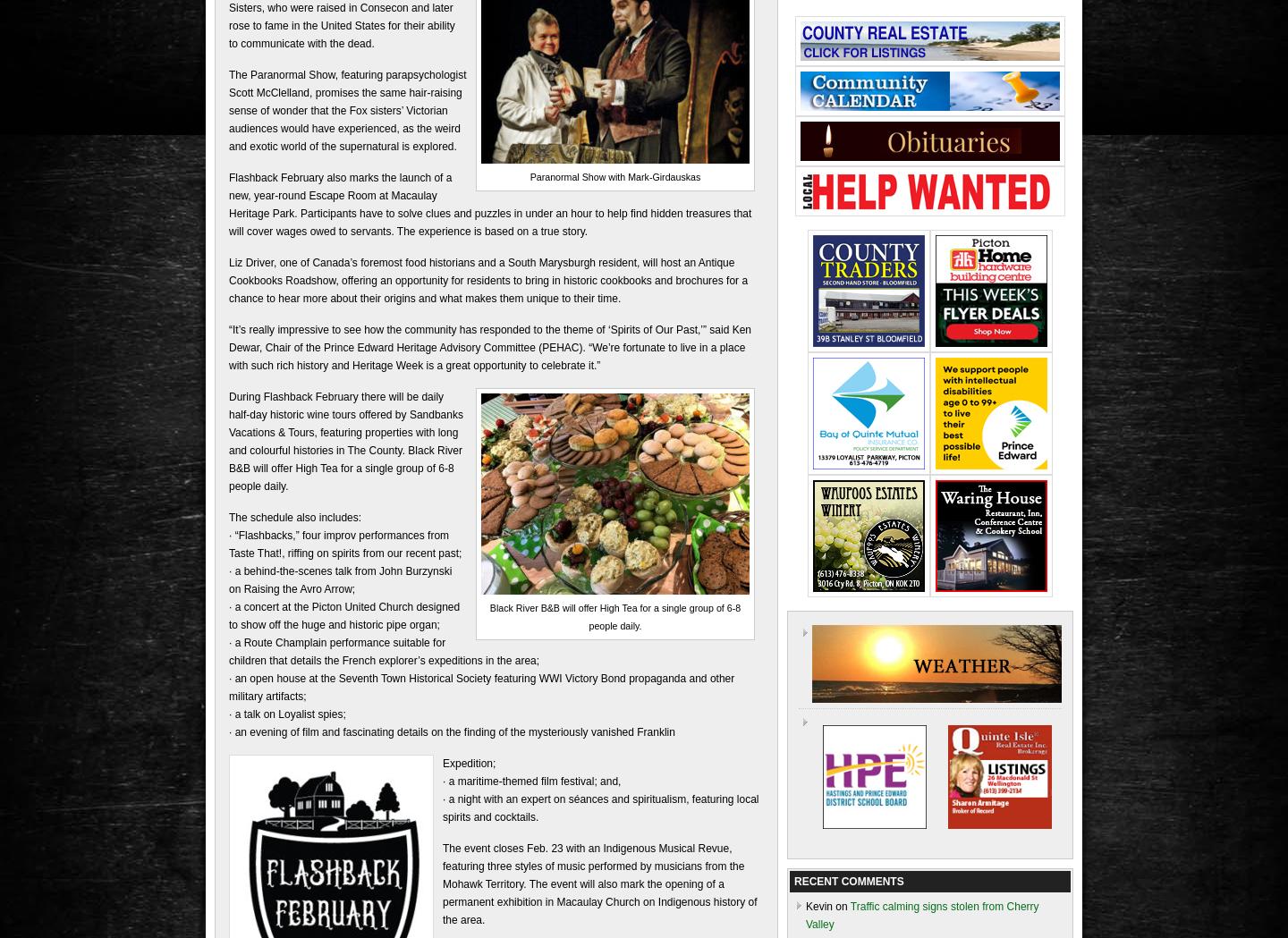 This screenshot has height=938, width=1288. I want to click on 'RECENT COMMENTS', so click(848, 880).